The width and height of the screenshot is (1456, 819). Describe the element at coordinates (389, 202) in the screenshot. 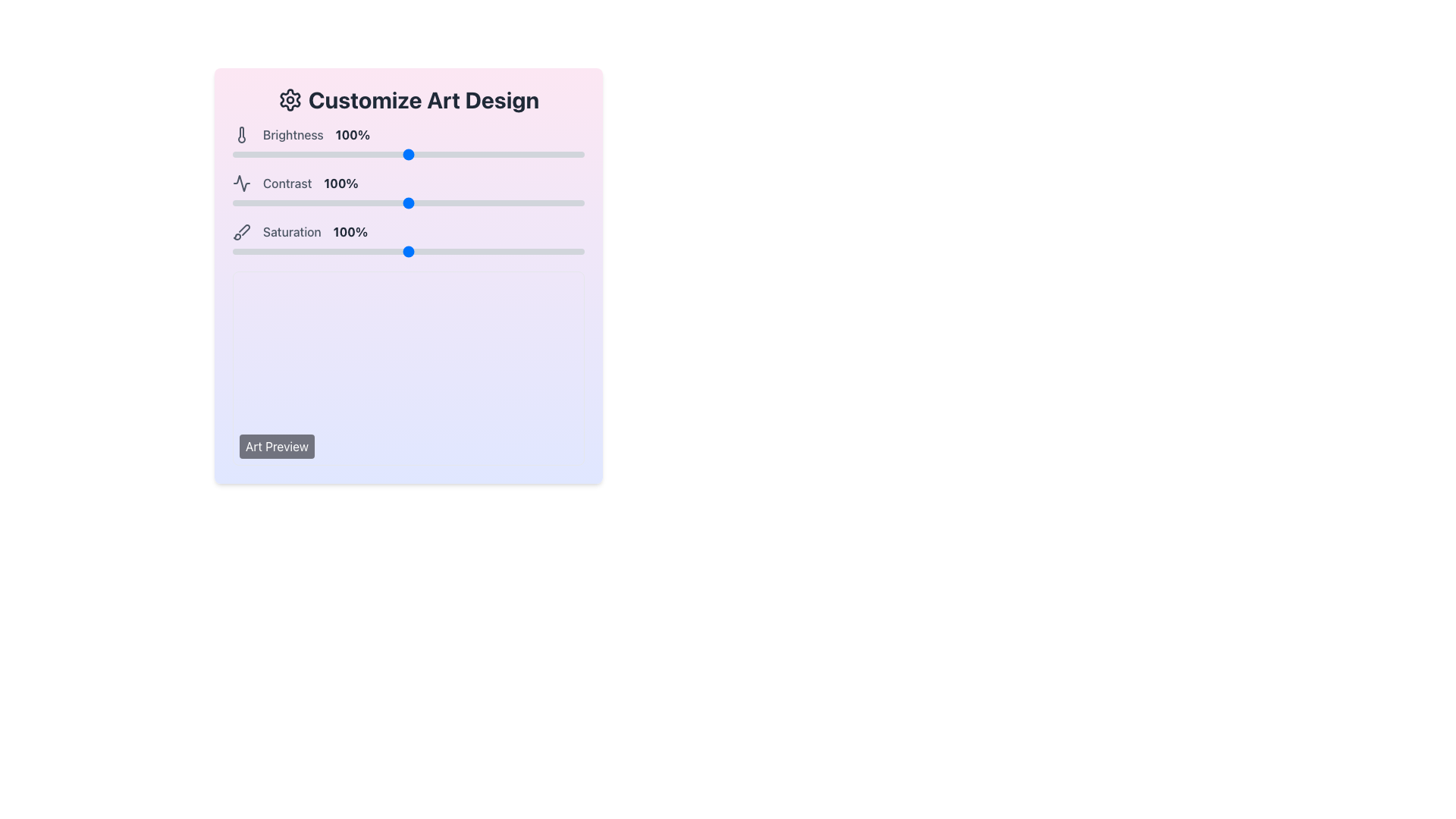

I see `the contrast level` at that location.